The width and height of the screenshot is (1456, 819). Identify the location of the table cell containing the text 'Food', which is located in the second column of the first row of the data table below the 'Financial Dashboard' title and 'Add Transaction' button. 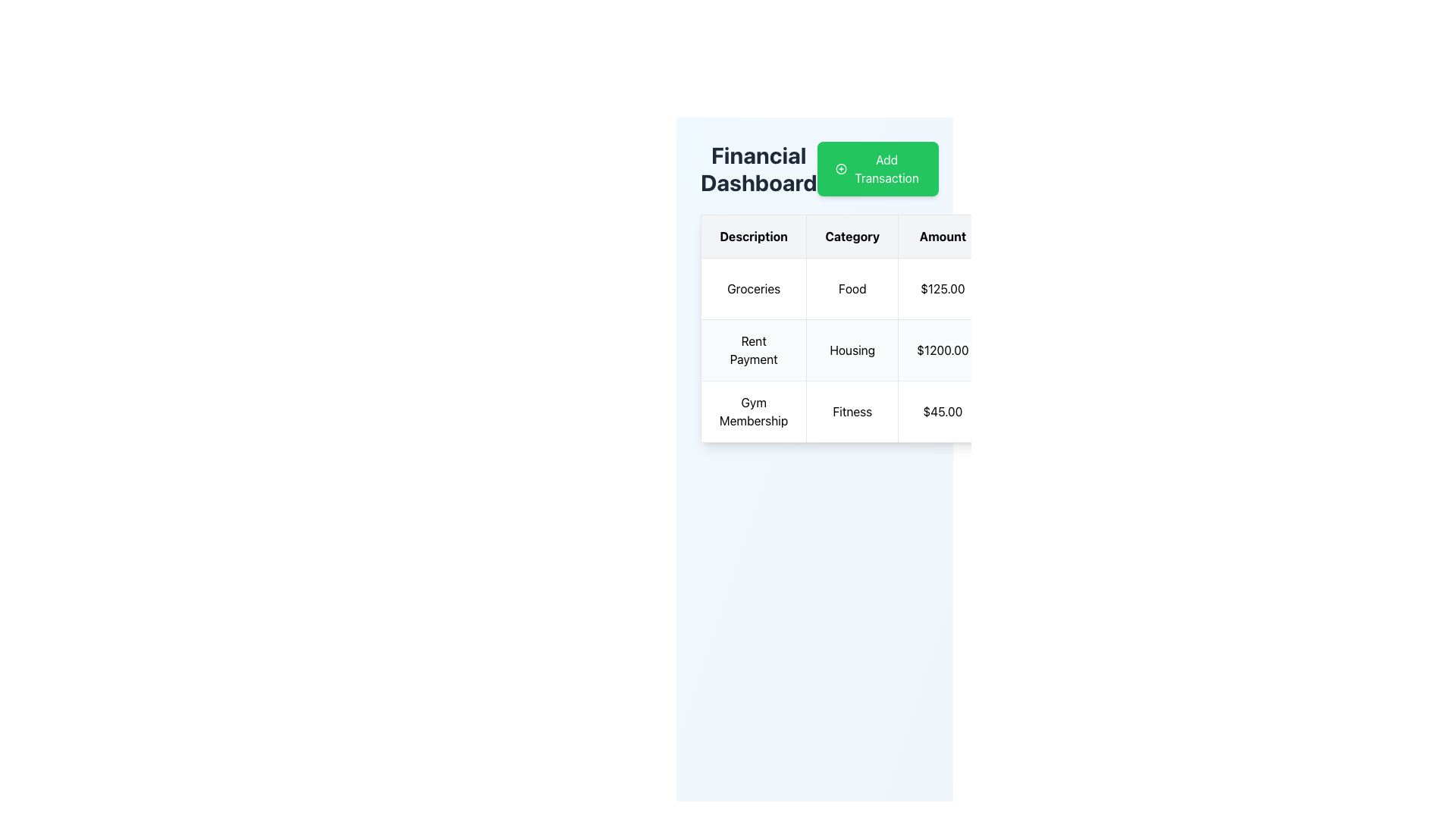
(852, 289).